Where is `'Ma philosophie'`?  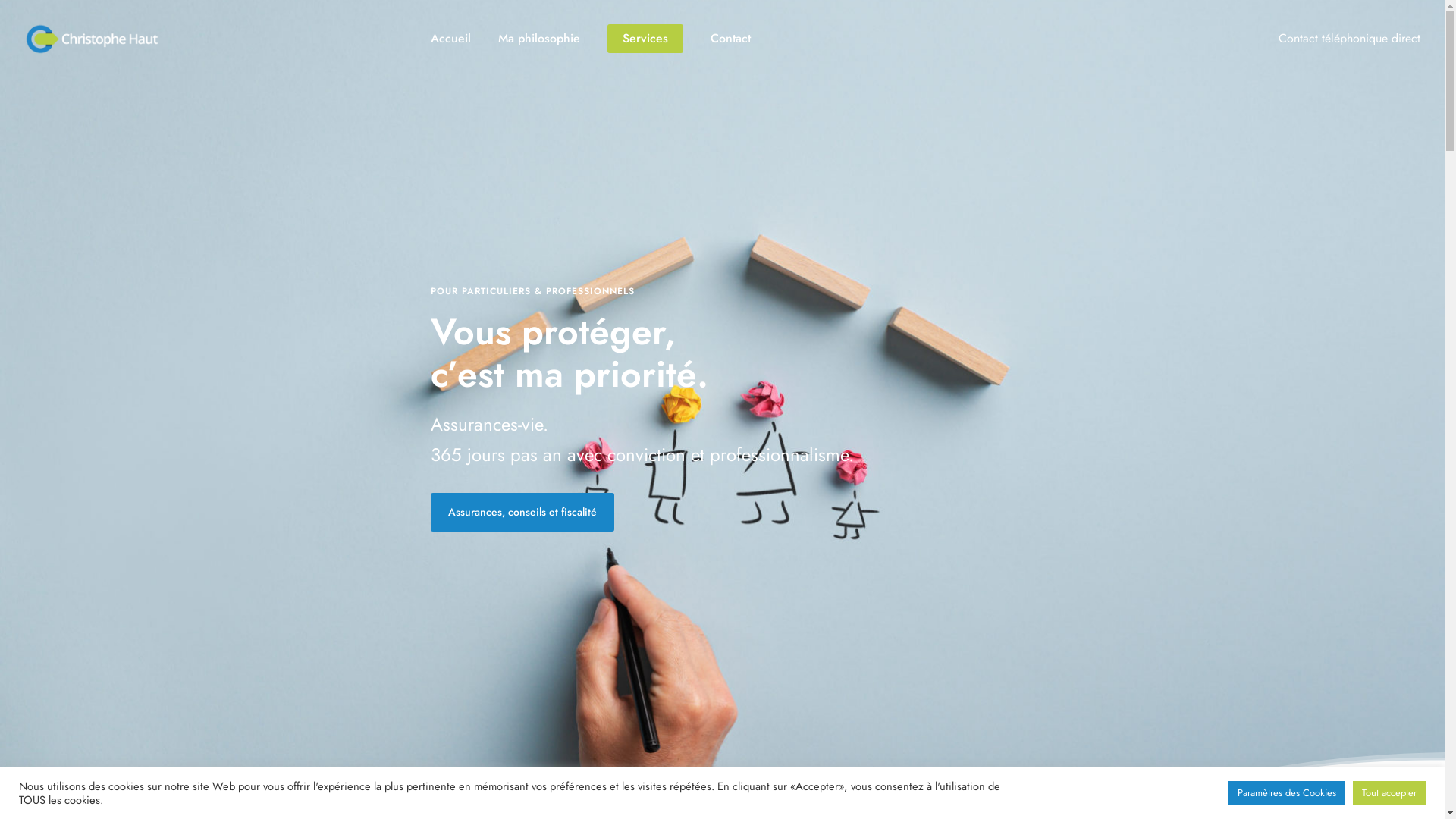 'Ma philosophie' is located at coordinates (497, 37).